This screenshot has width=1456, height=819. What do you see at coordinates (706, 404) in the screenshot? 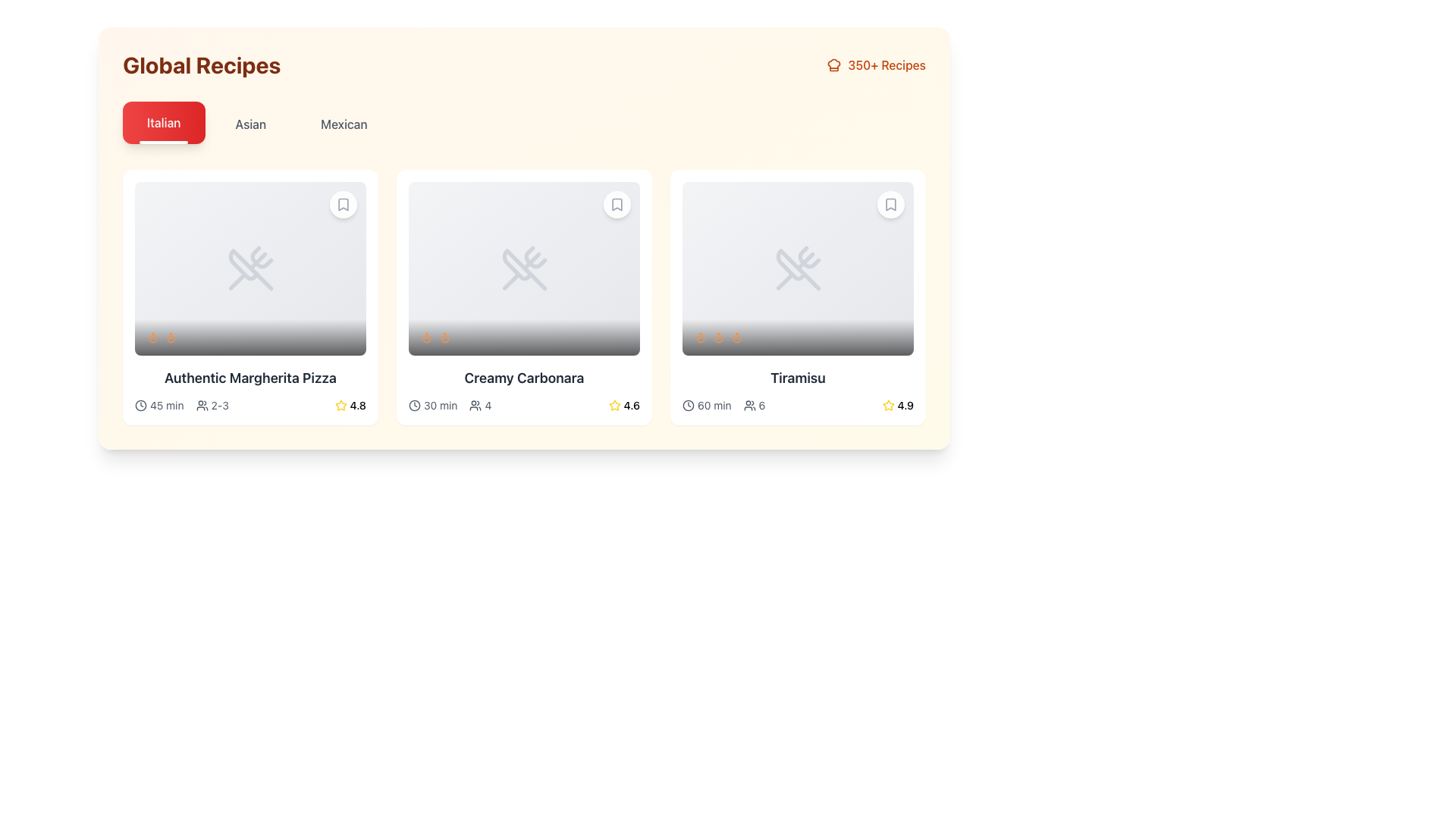
I see `the clock symbol icon indicating the preparation time of the 'Tiramisu' recipe located in the bottom-left corner of the recipe card` at bounding box center [706, 404].